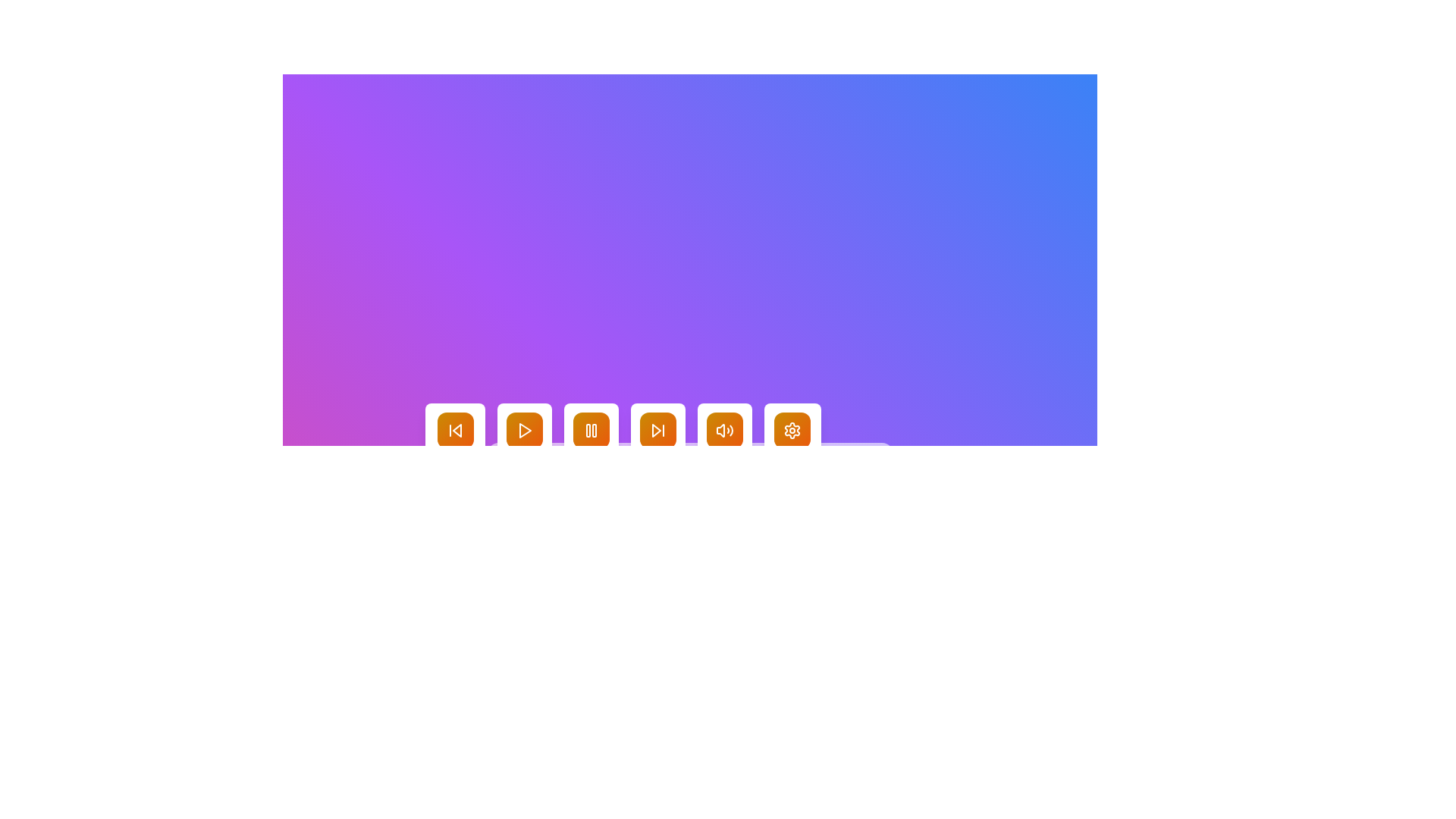 The width and height of the screenshot is (1456, 819). I want to click on the 'Skip Back' button located centrally towards the bottom of the visible area, so click(454, 430).